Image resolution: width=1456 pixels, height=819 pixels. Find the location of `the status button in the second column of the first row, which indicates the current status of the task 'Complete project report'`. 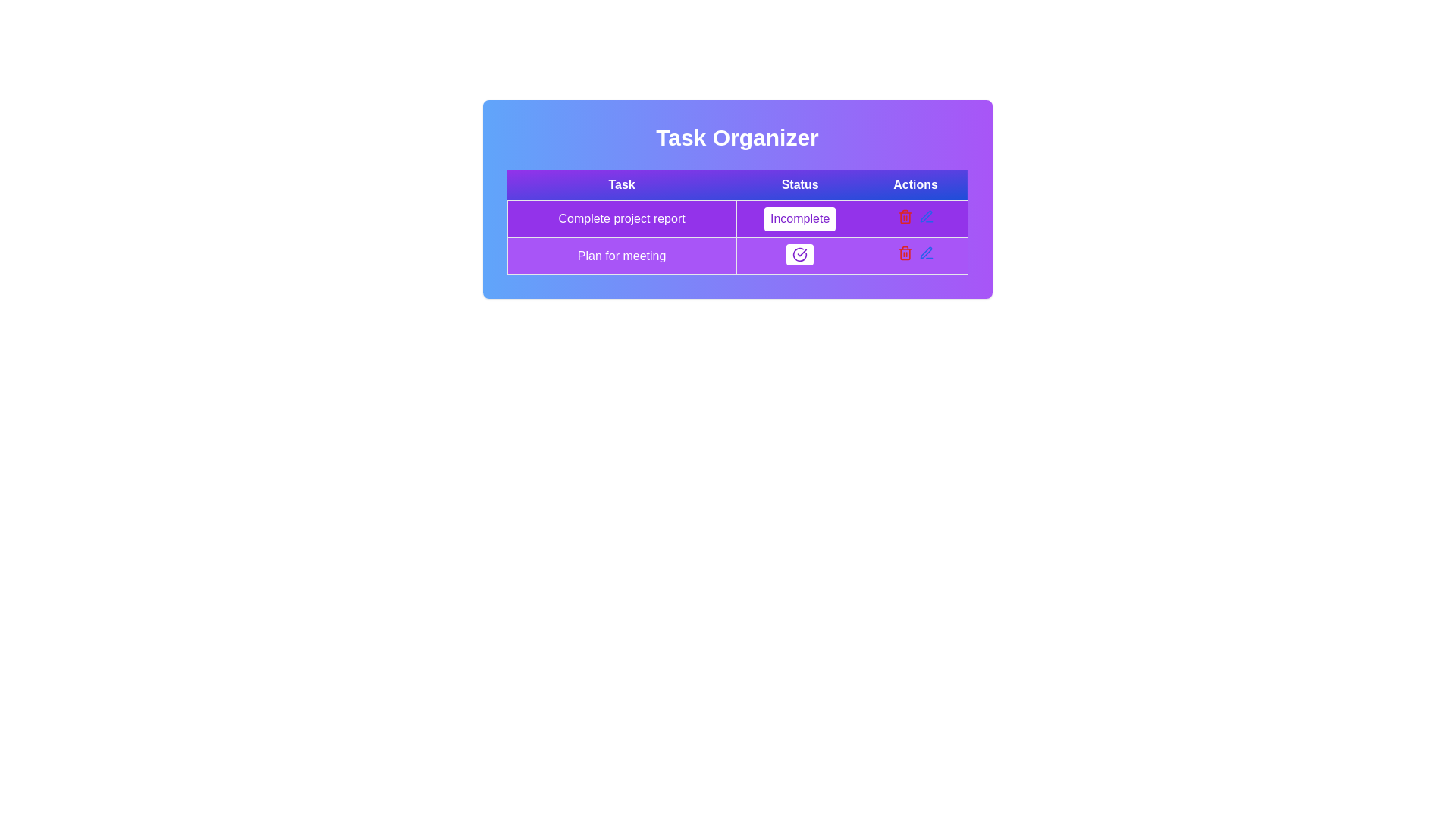

the status button in the second column of the first row, which indicates the current status of the task 'Complete project report' is located at coordinates (799, 219).